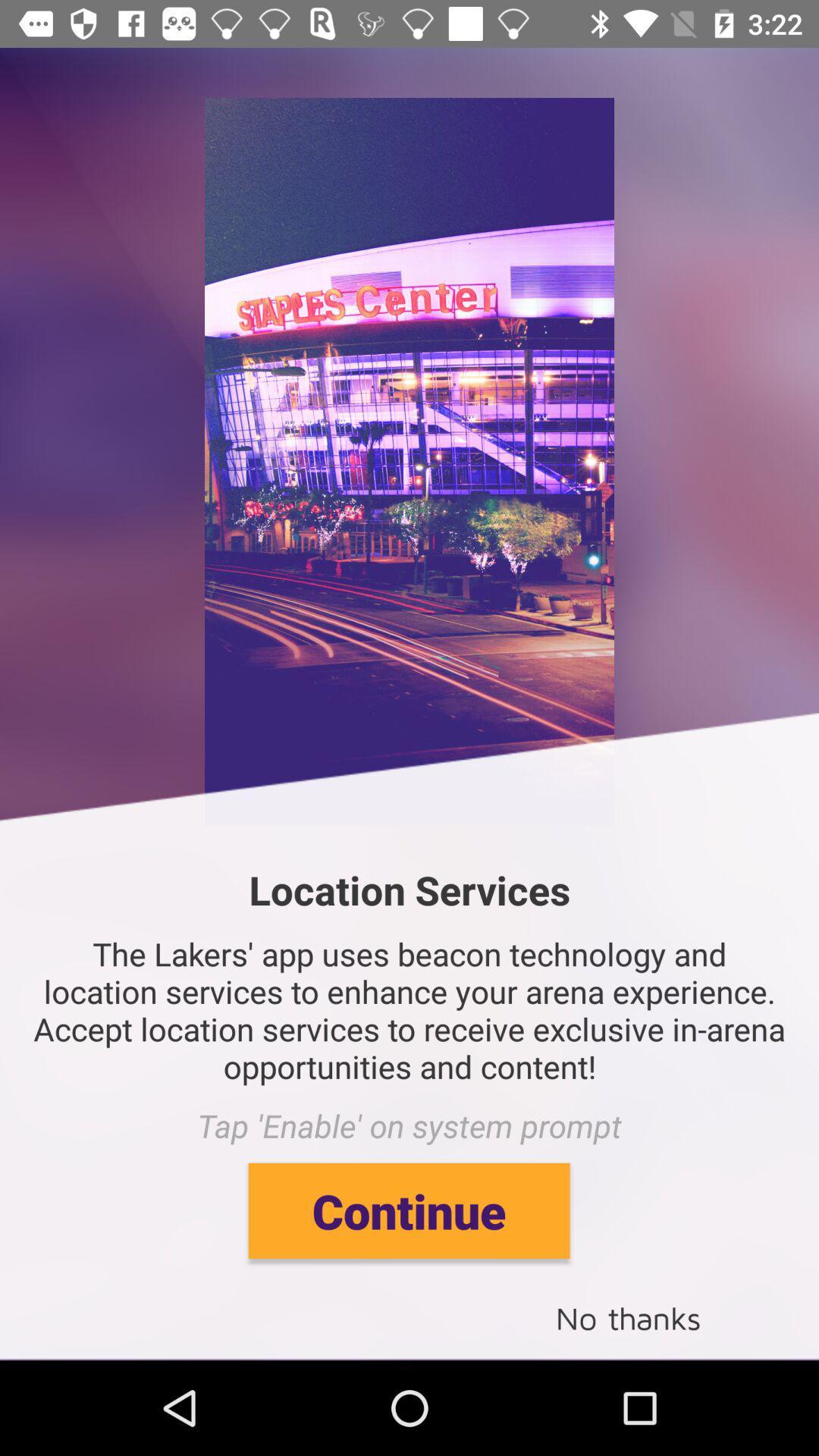 The height and width of the screenshot is (1456, 819). I want to click on continue, so click(408, 1210).